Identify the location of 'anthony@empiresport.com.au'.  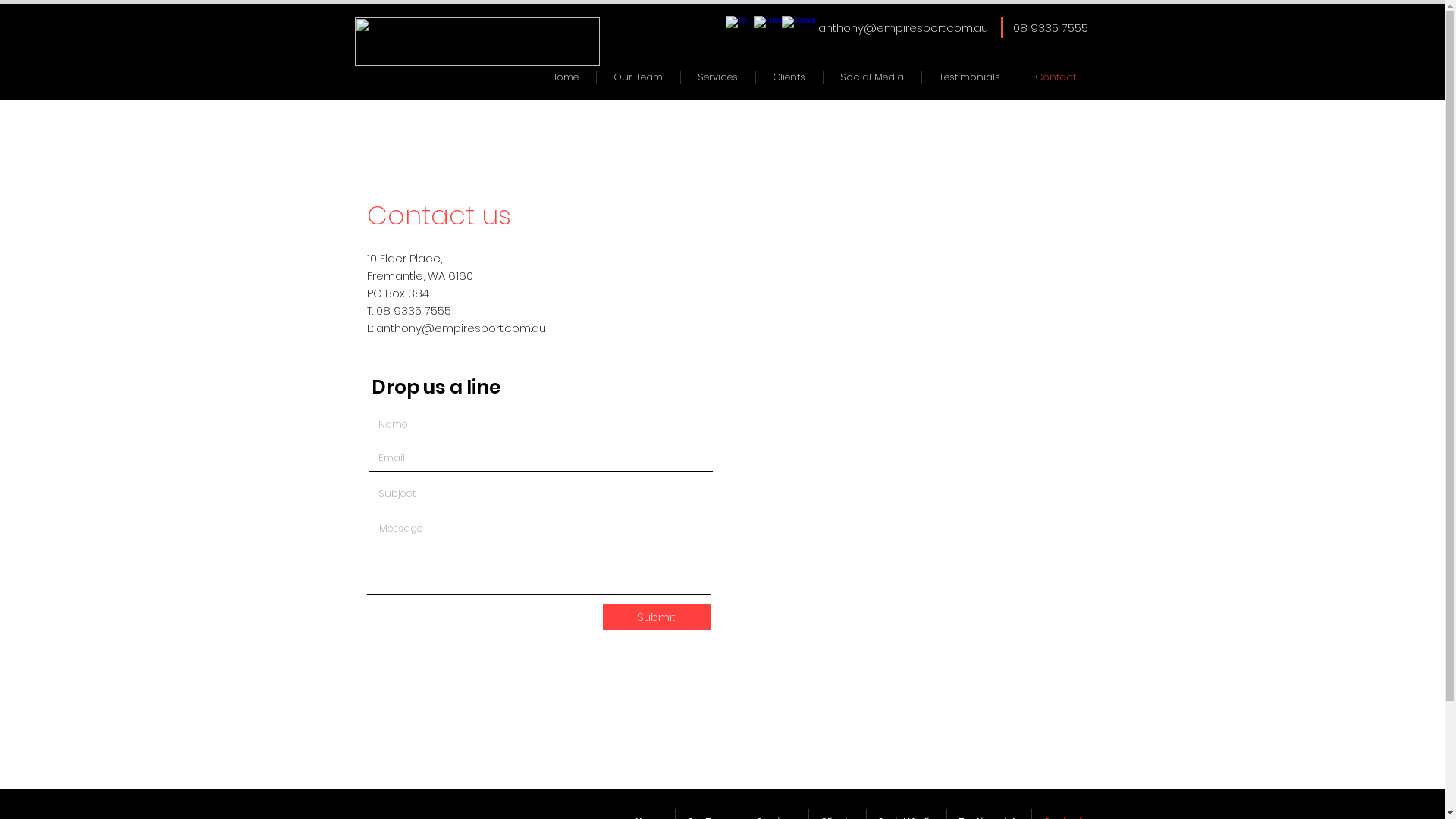
(460, 327).